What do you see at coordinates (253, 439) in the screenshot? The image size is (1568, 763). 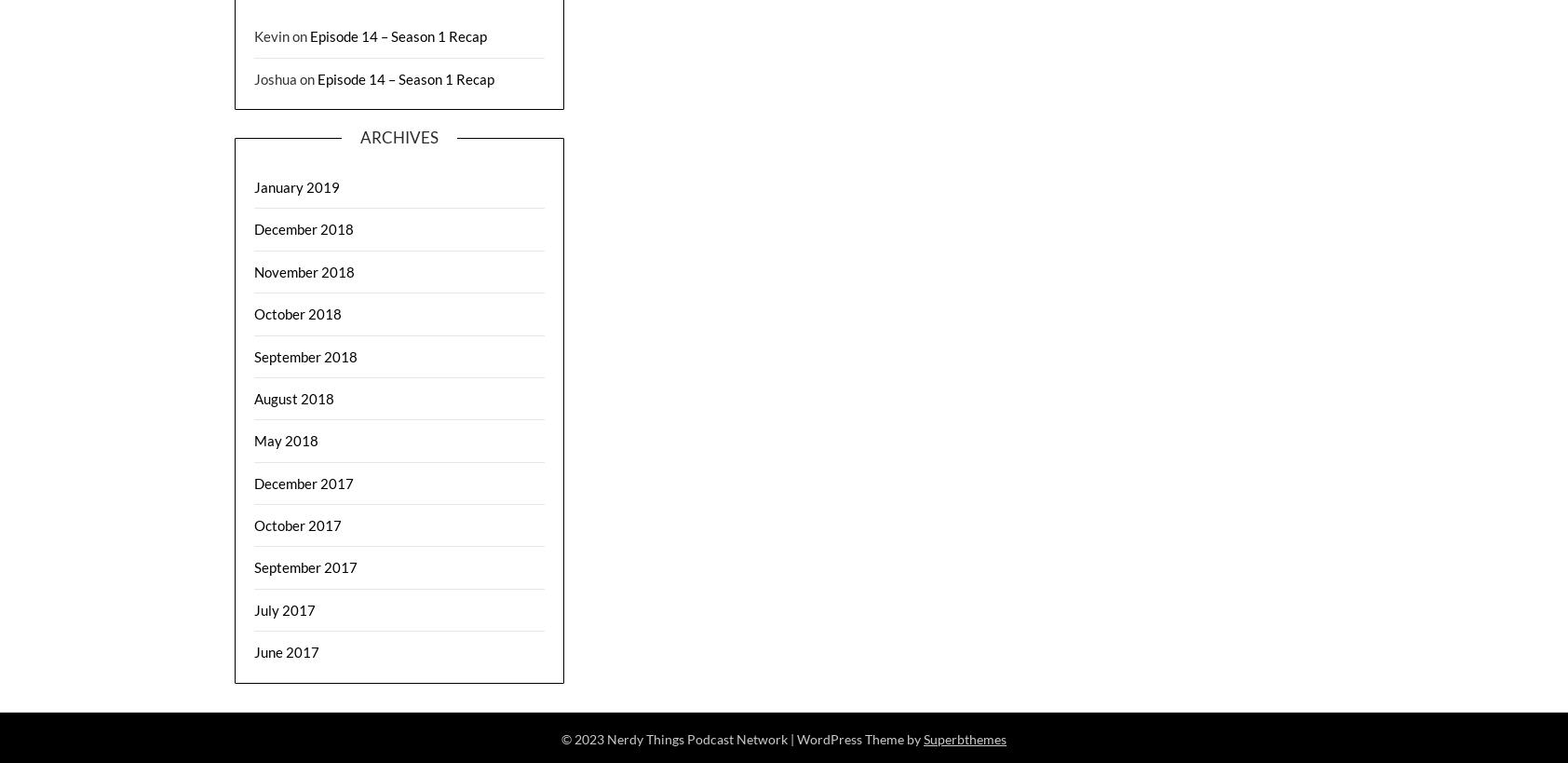 I see `'May 2018'` at bounding box center [253, 439].